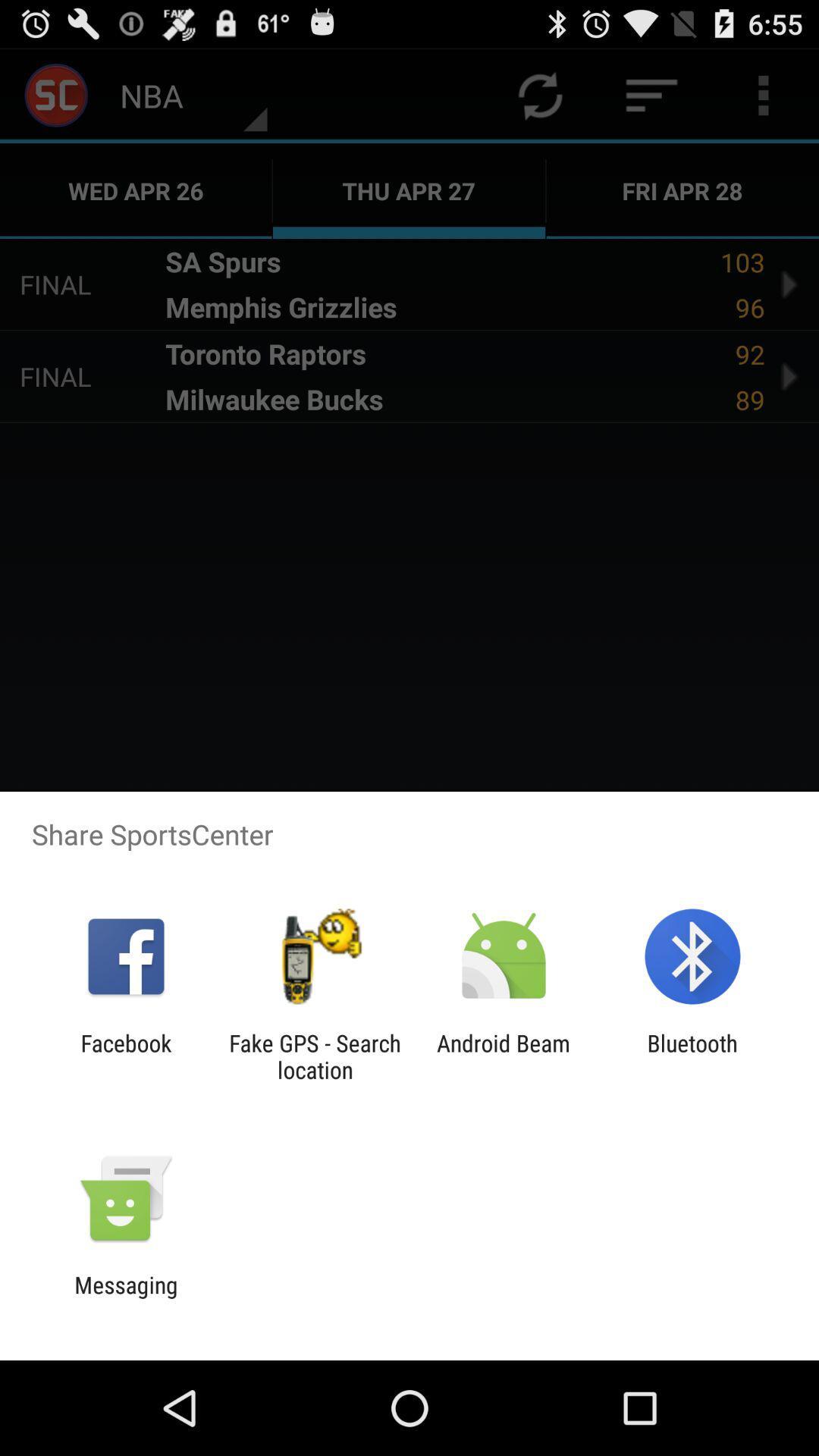  I want to click on the icon next to the android beam icon, so click(692, 1056).